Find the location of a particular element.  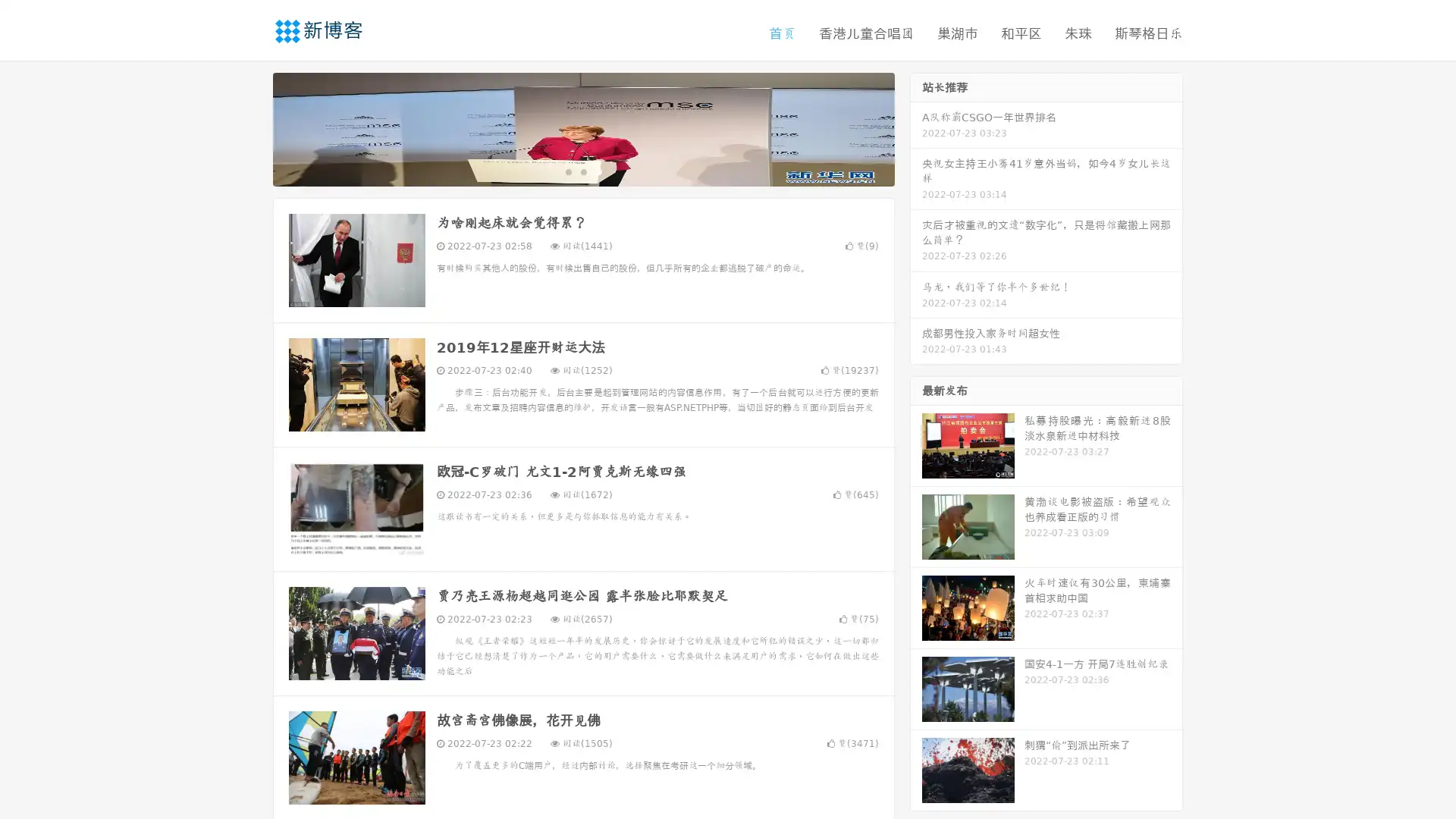

Go to slide 2 is located at coordinates (582, 171).